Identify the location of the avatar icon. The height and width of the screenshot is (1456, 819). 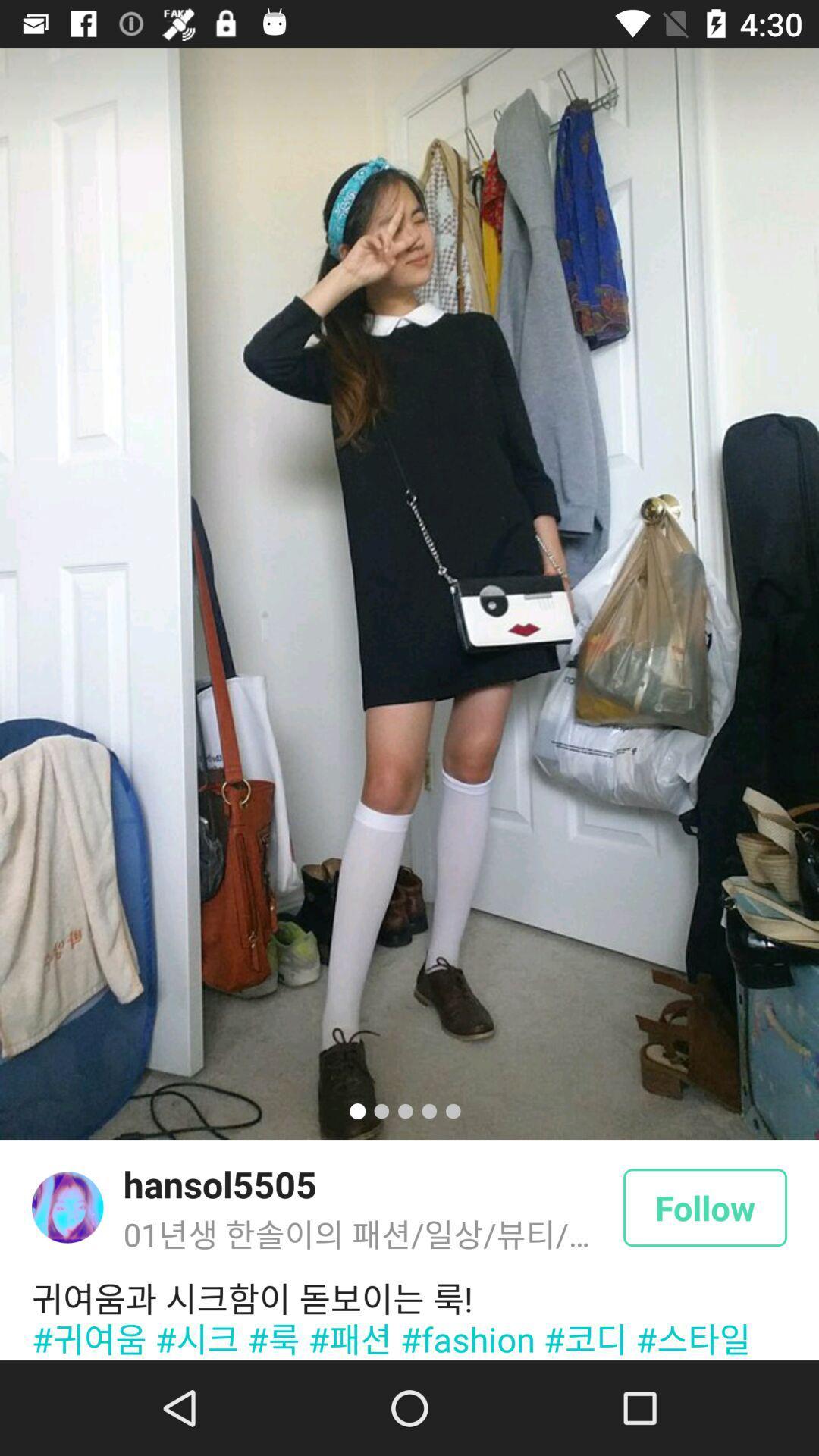
(67, 1207).